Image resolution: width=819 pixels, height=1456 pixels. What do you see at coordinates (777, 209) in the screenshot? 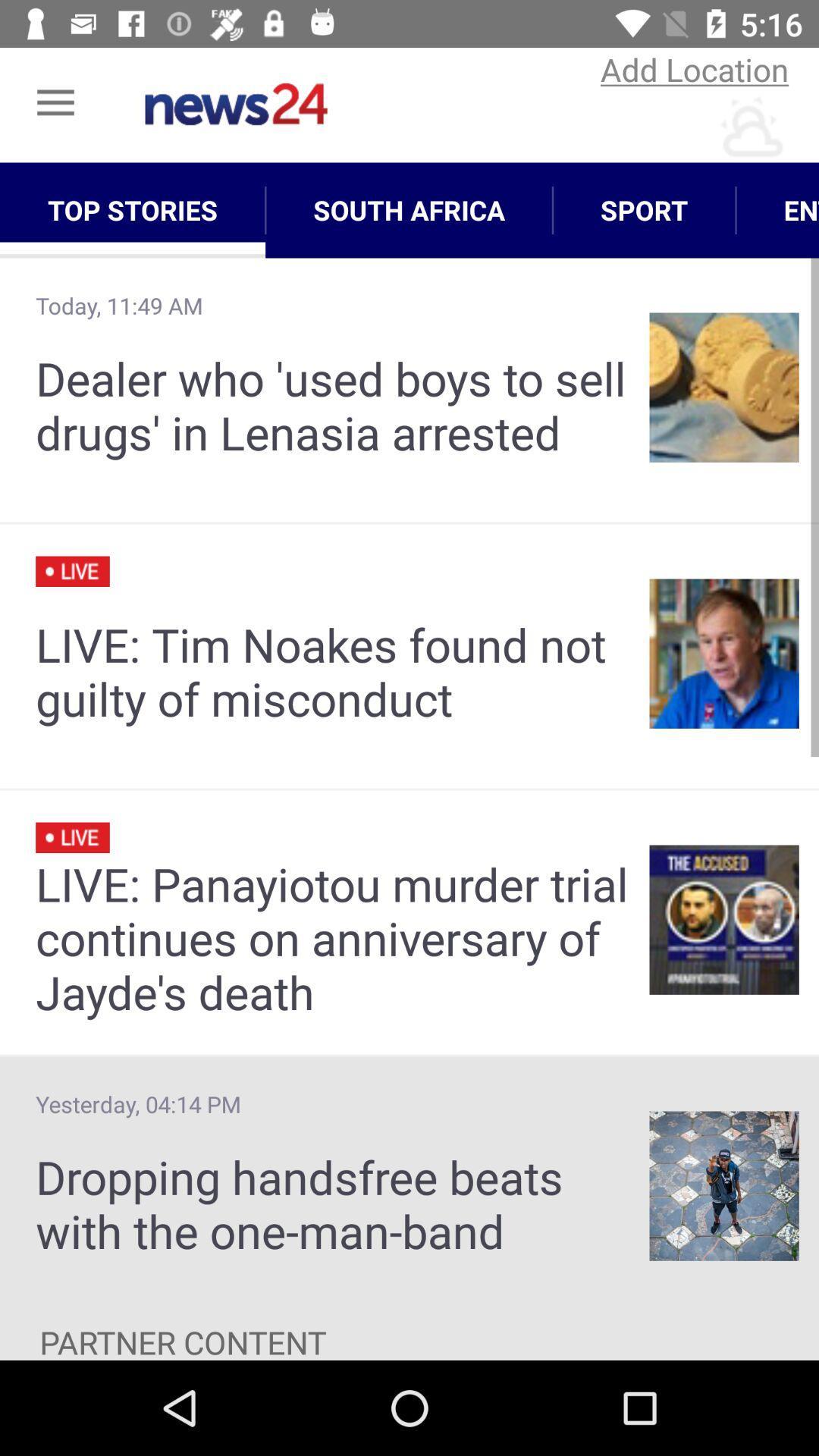
I see `the entertainment app` at bounding box center [777, 209].